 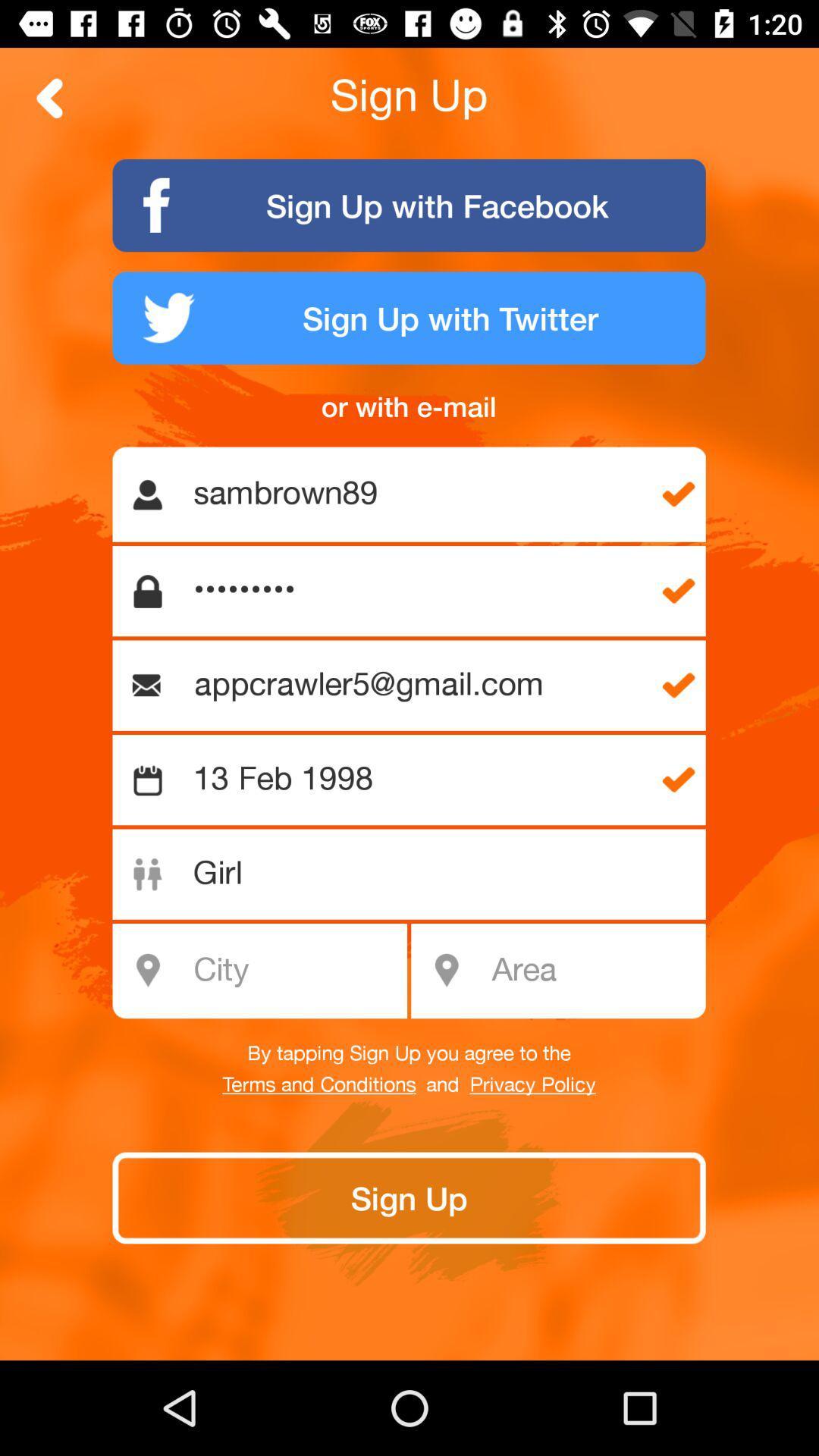 What do you see at coordinates (417, 874) in the screenshot?
I see `the girl` at bounding box center [417, 874].